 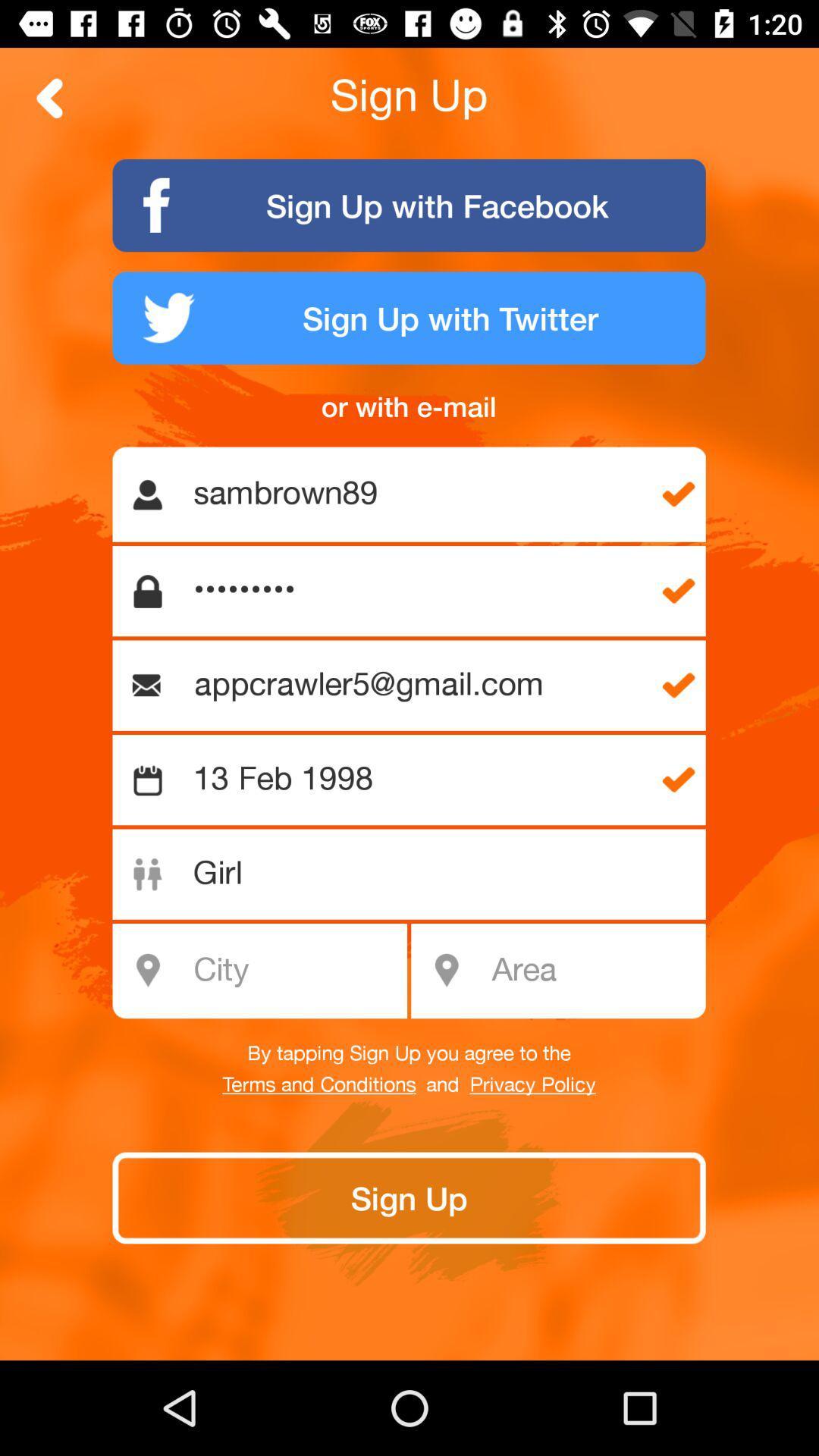 What do you see at coordinates (417, 874) in the screenshot?
I see `the girl` at bounding box center [417, 874].